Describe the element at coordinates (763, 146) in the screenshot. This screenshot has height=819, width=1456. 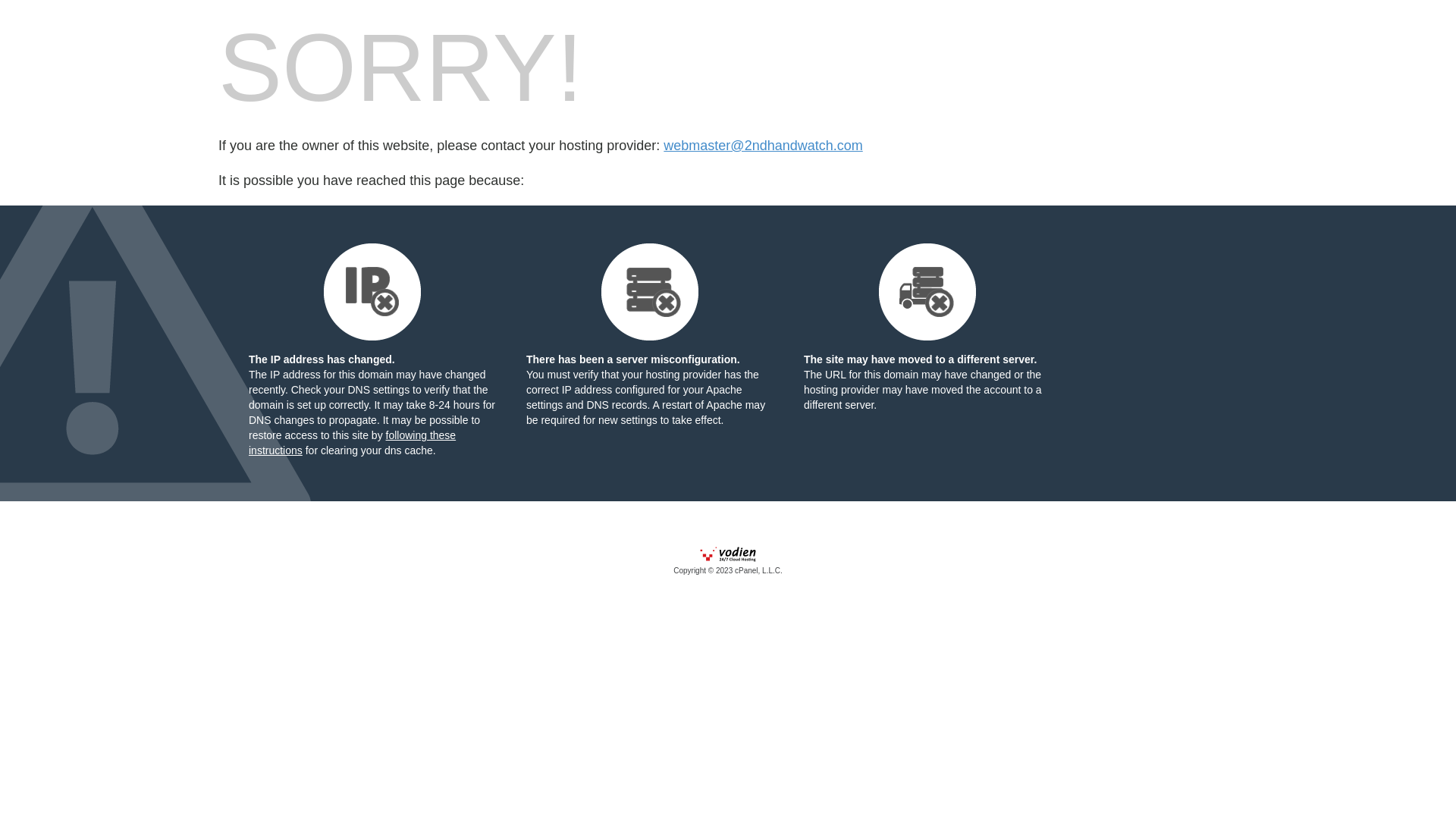
I see `'webmaster@2ndhandwatch.com'` at that location.